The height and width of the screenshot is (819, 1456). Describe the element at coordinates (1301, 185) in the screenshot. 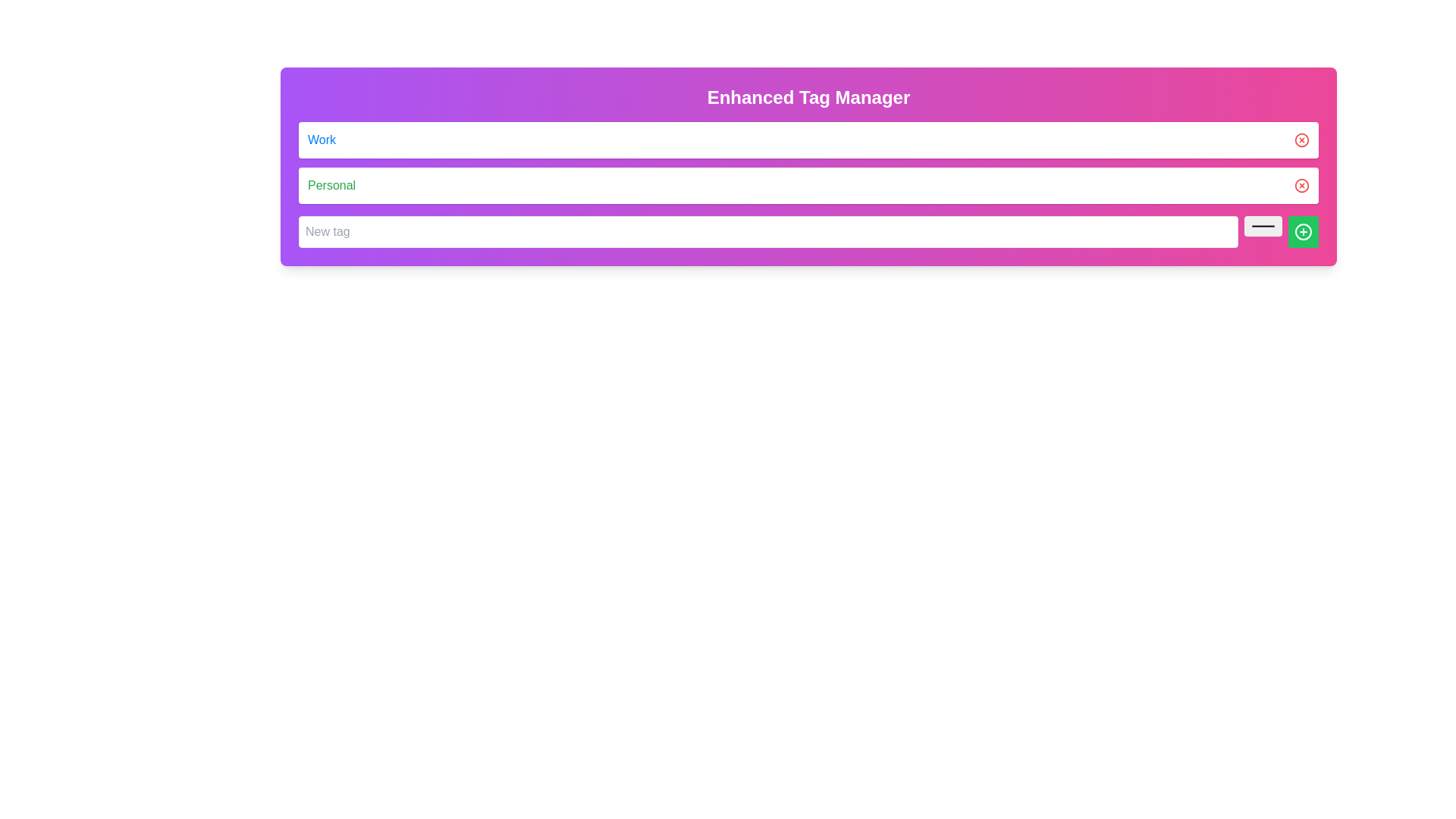

I see `the circular red status icon located to the right of the 'Personal' input in the 'Enhanced Tag Manager' interface` at that location.